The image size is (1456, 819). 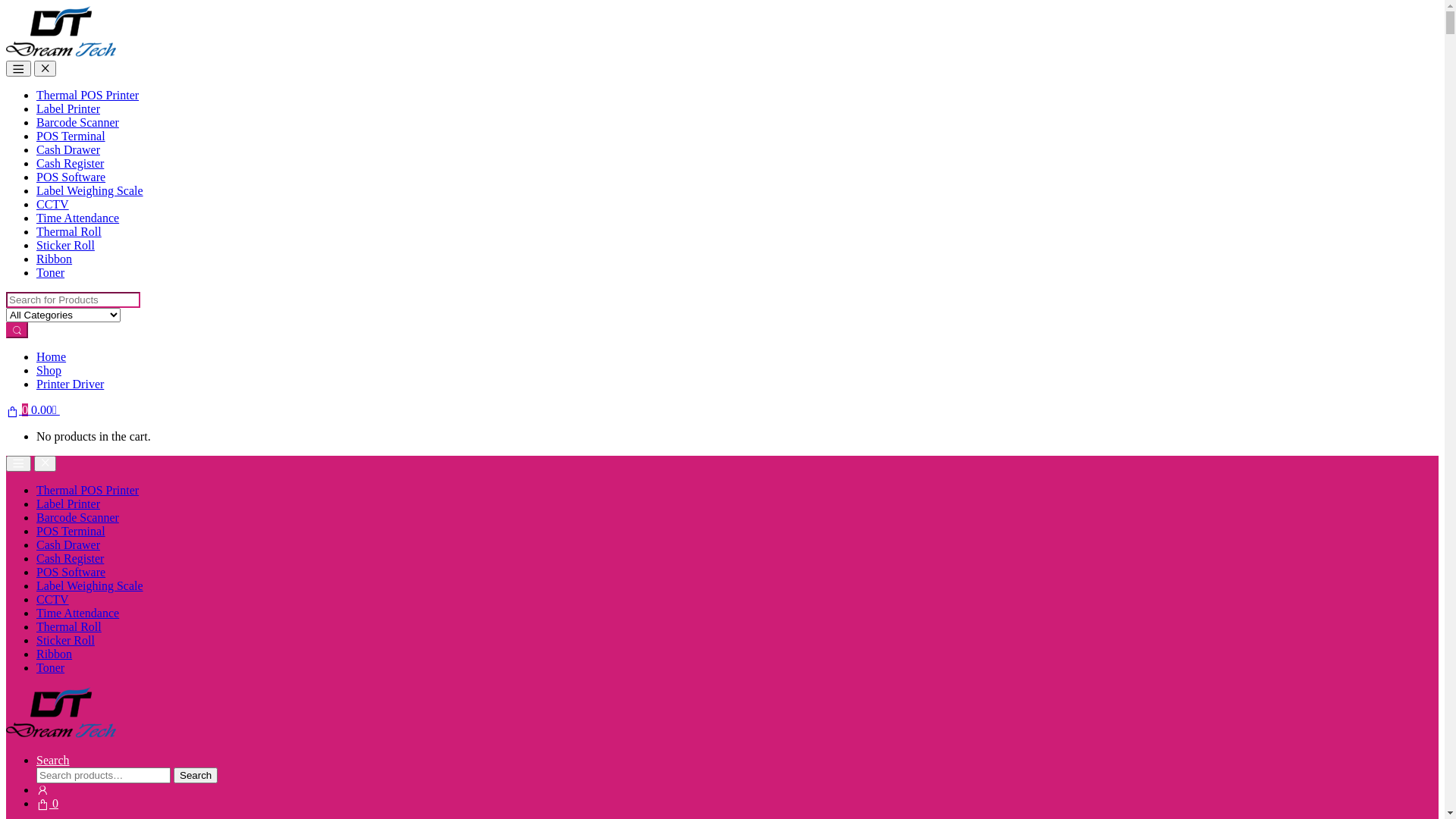 What do you see at coordinates (49, 370) in the screenshot?
I see `'Shop'` at bounding box center [49, 370].